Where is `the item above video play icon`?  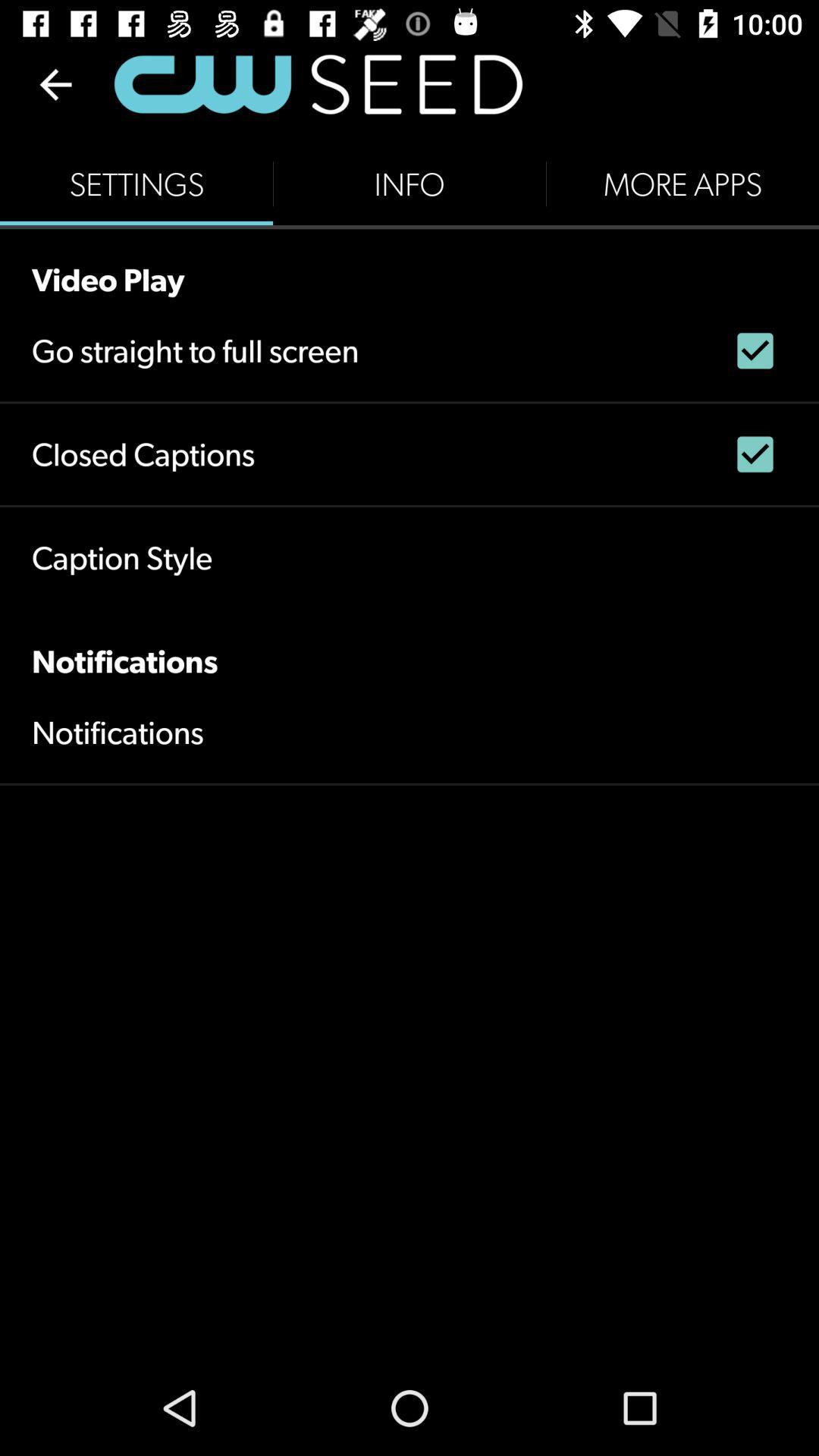 the item above video play icon is located at coordinates (409, 184).